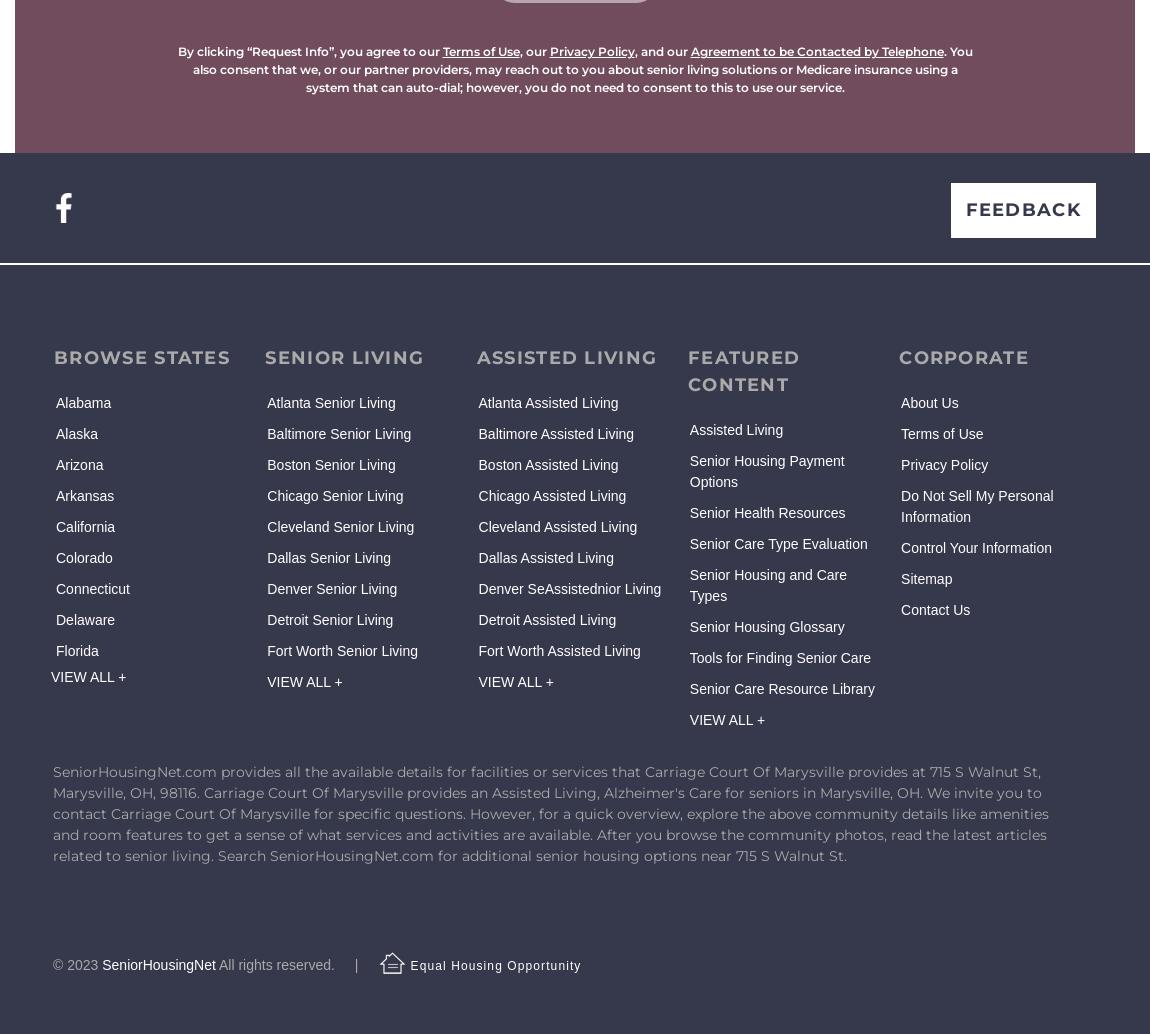  What do you see at coordinates (330, 401) in the screenshot?
I see `'Atlanta Senior Living'` at bounding box center [330, 401].